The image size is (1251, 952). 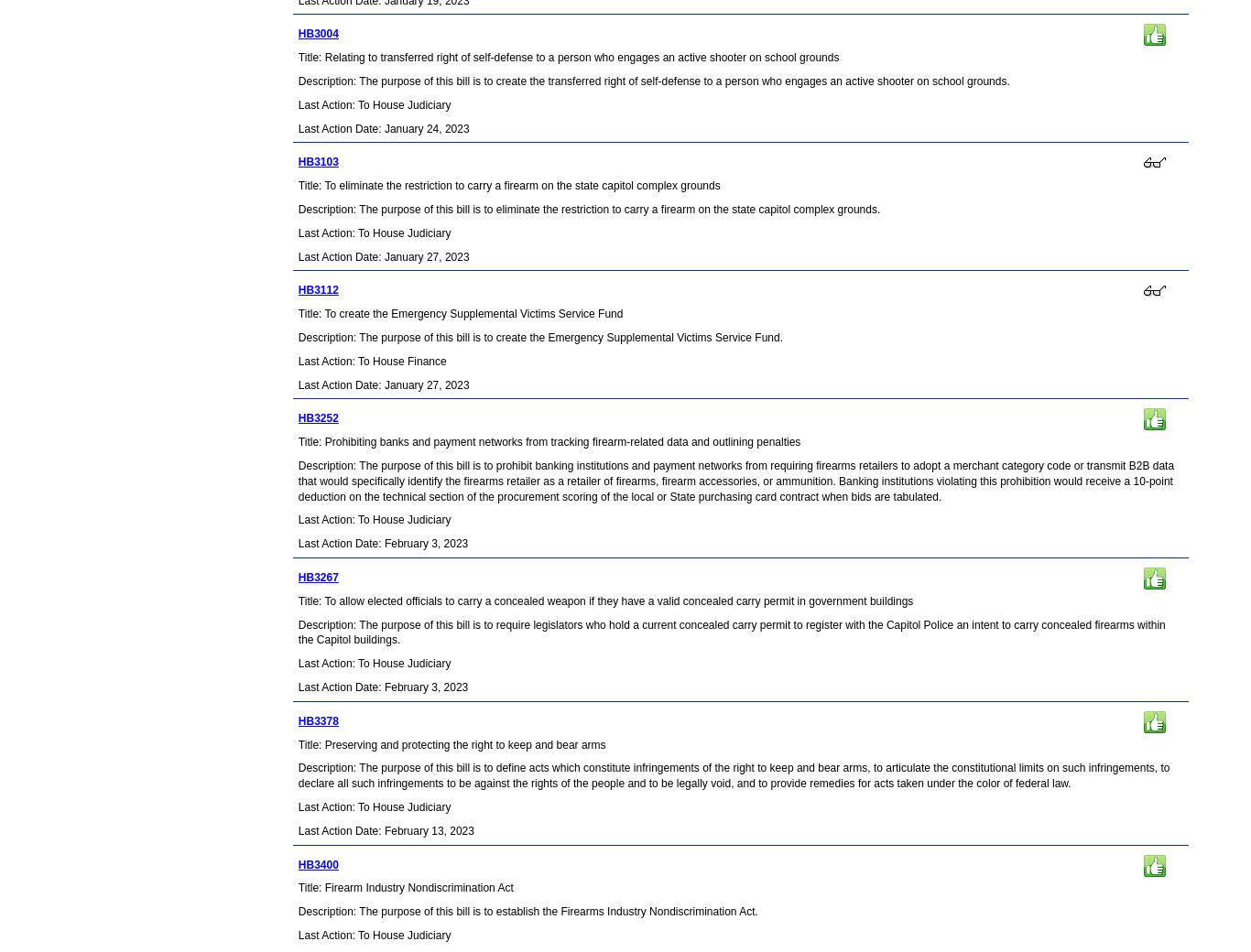 What do you see at coordinates (538, 336) in the screenshot?
I see `'Description: The purpose of this bill is to create the Emergency Supplemental Victims Service Fund.'` at bounding box center [538, 336].